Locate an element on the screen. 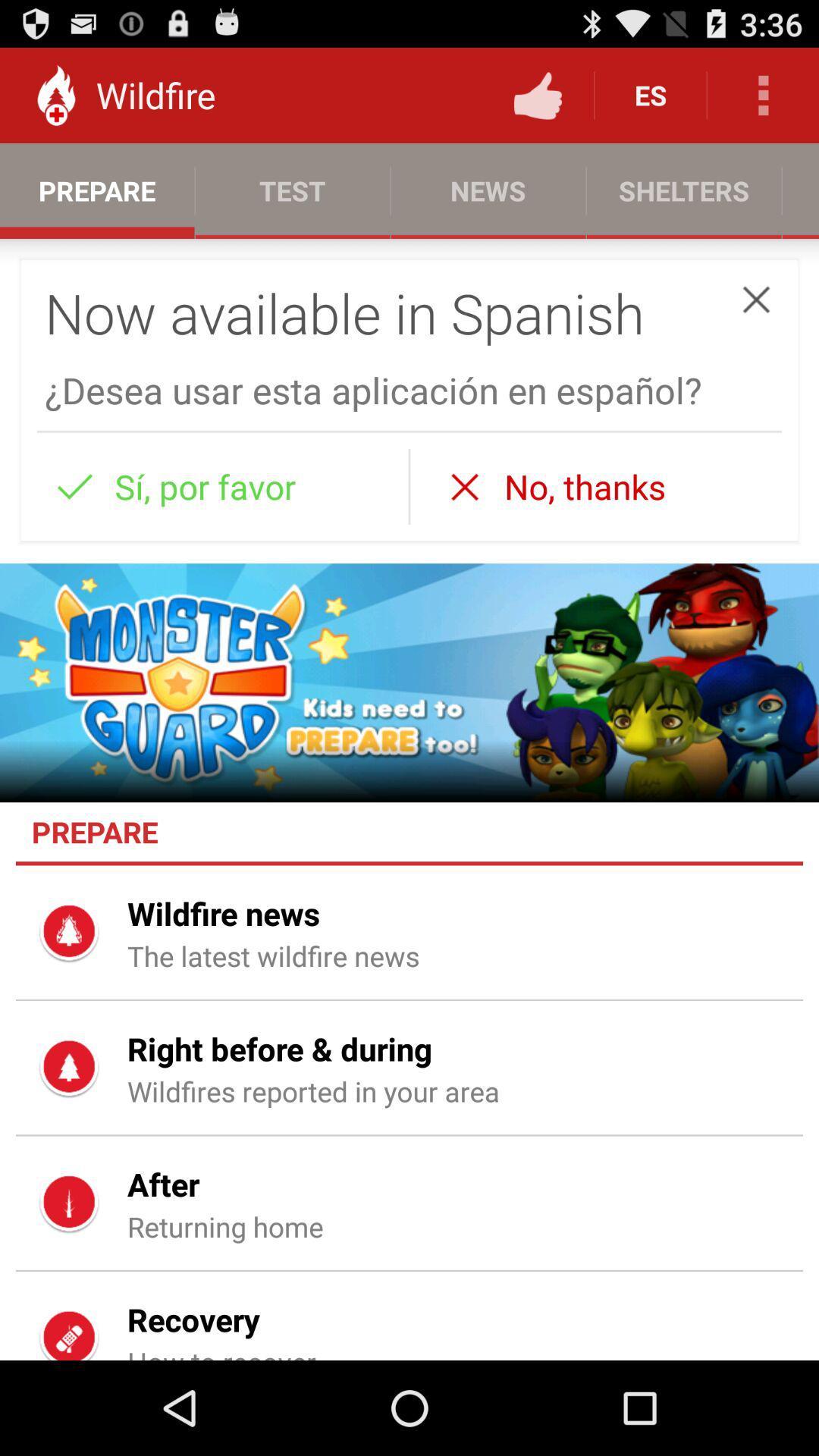  the image next to wildfire news is located at coordinates (70, 932).